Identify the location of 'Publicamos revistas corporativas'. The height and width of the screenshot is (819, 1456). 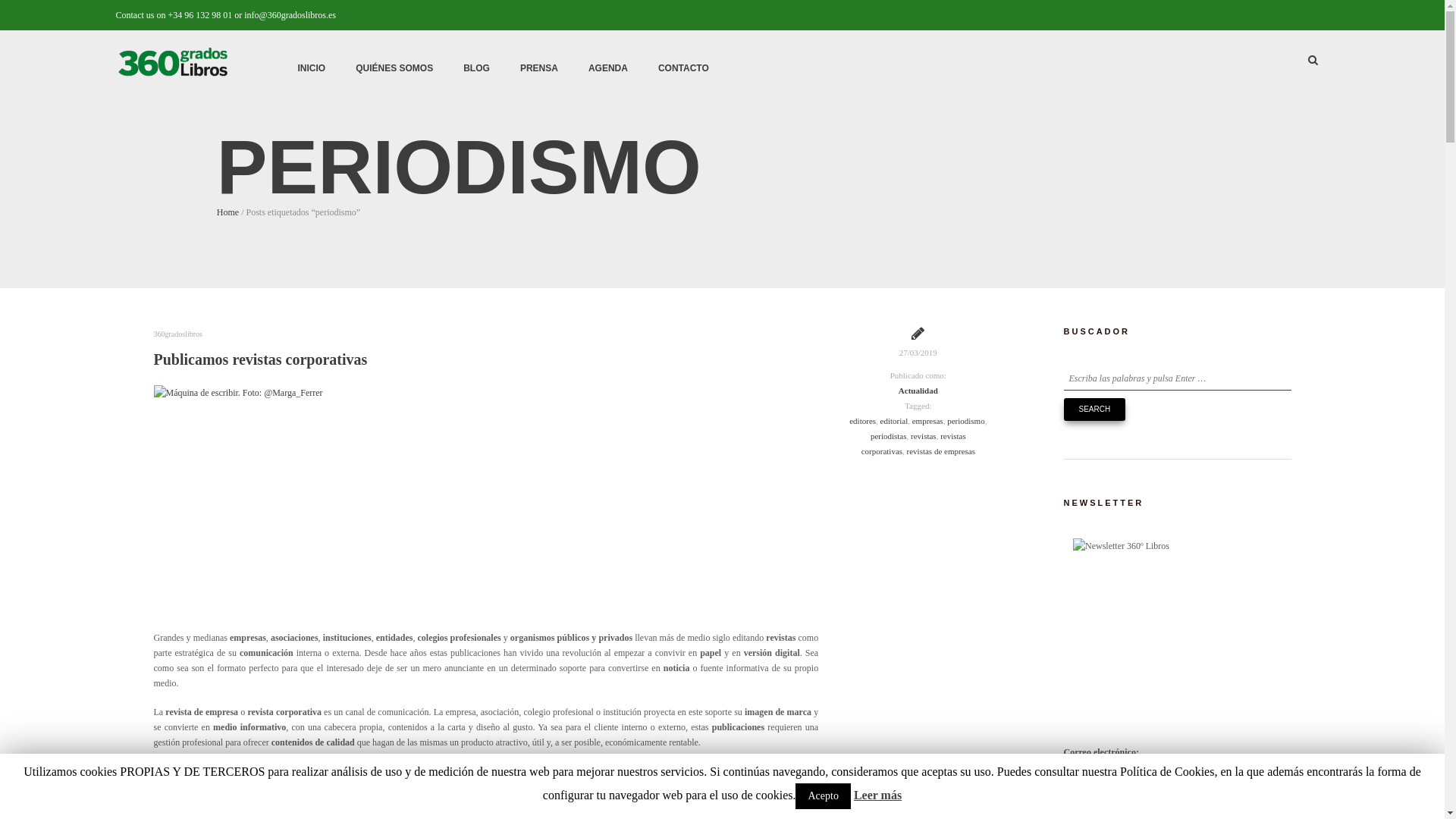
(259, 359).